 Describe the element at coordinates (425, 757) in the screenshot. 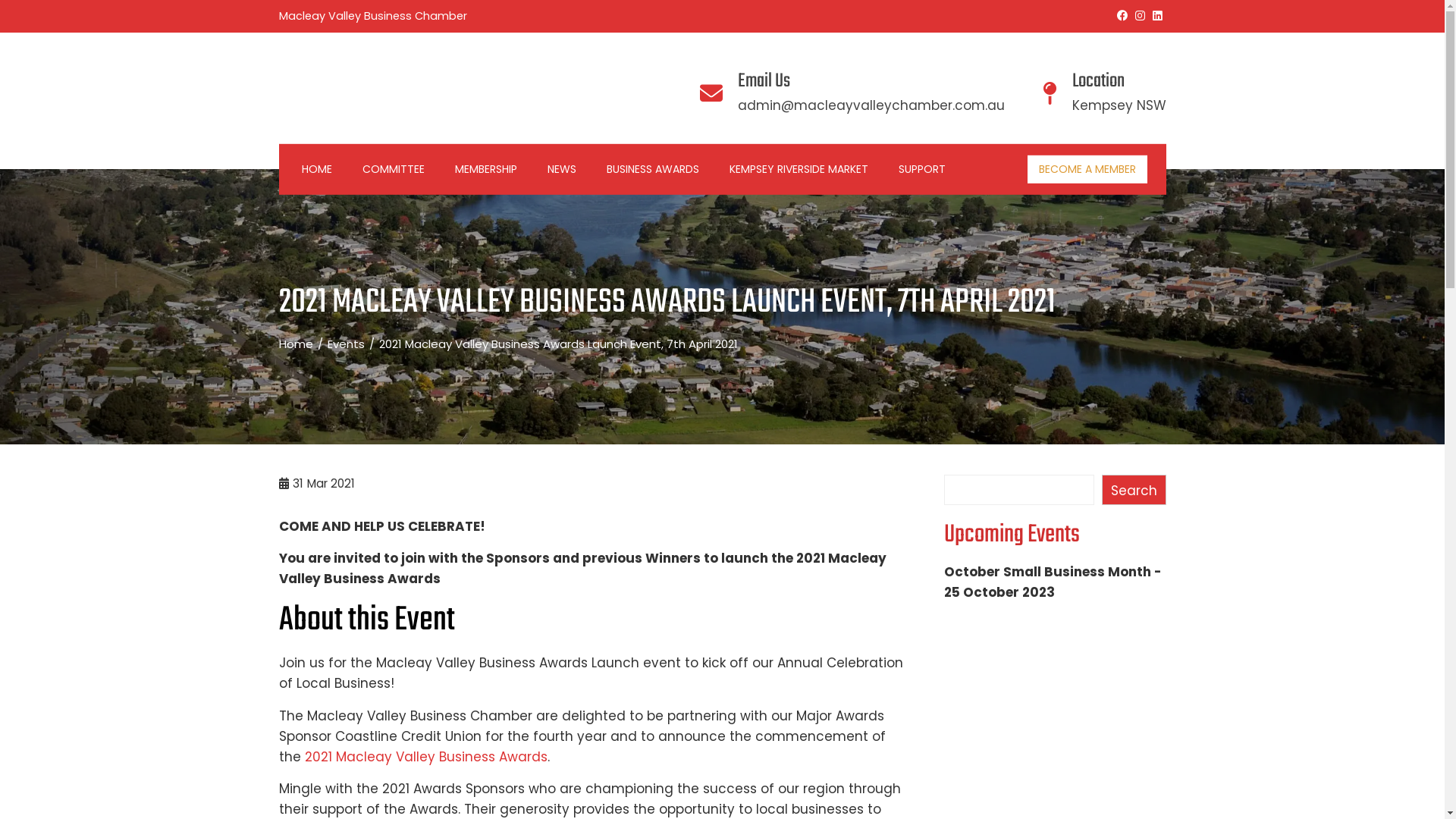

I see `'2021 Macleay Valley Business Awards'` at that location.